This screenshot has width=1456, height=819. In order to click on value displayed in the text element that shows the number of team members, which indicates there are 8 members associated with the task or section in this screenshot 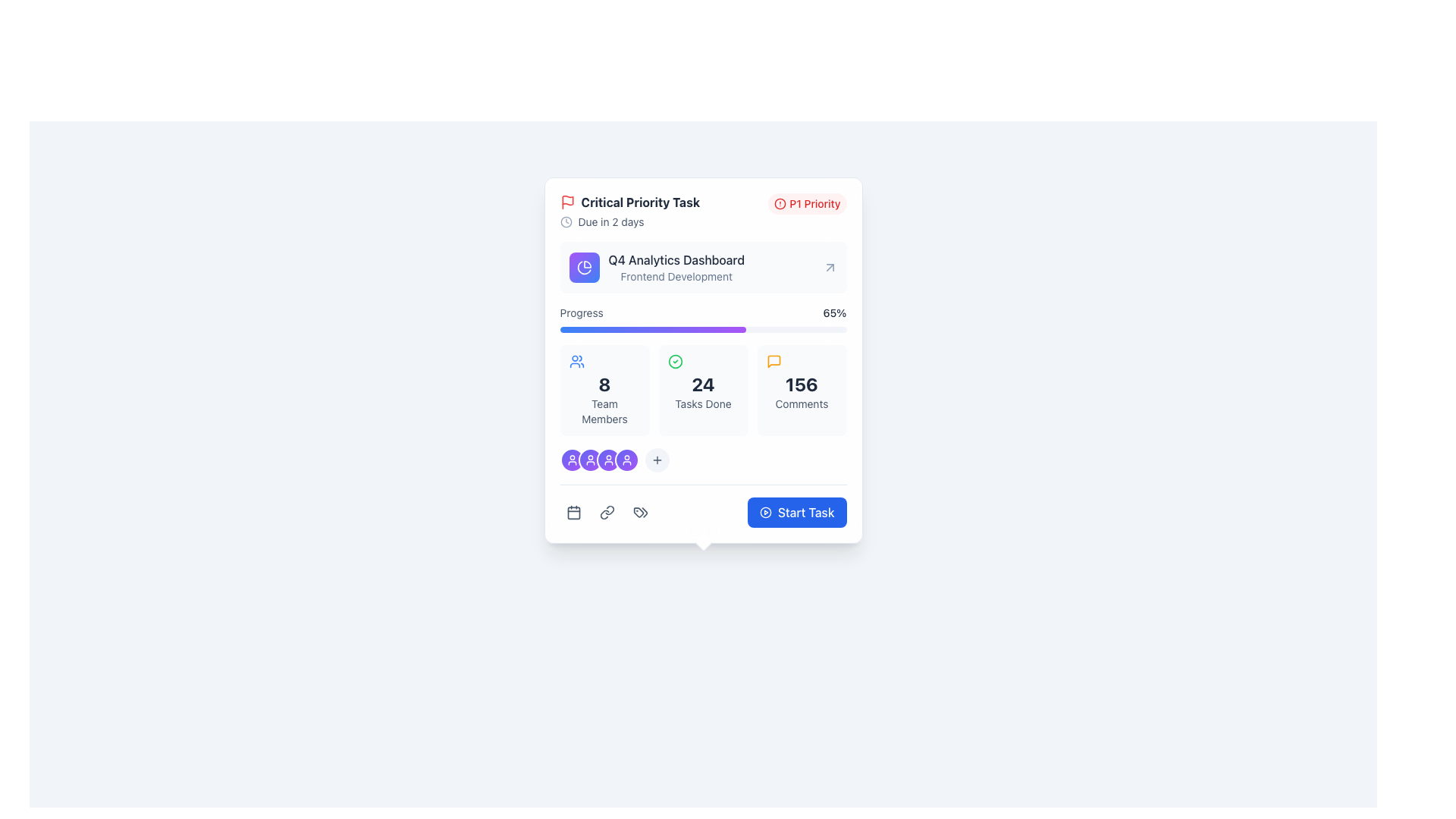, I will do `click(604, 383)`.